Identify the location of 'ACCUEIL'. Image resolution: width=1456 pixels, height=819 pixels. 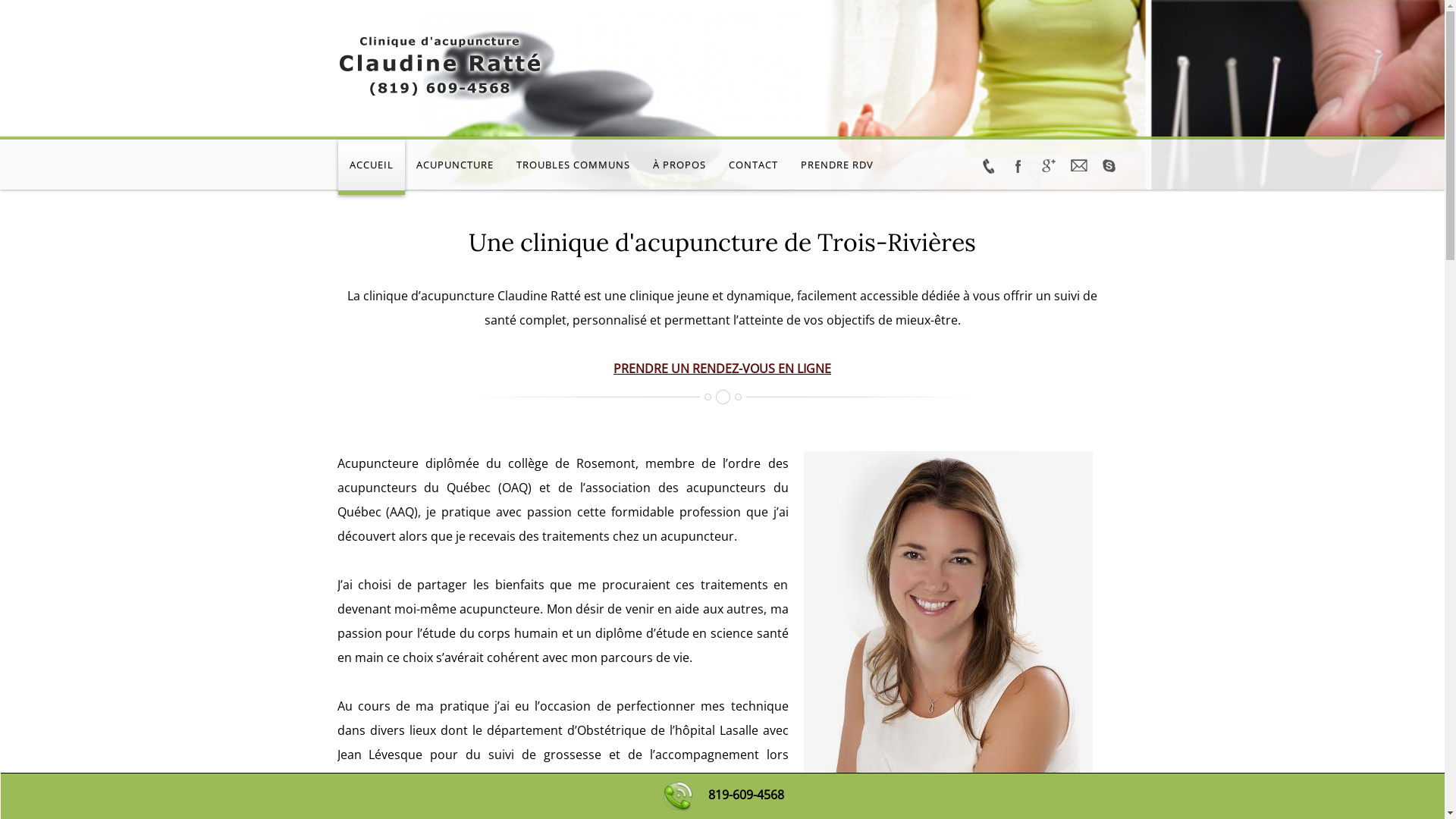
(371, 167).